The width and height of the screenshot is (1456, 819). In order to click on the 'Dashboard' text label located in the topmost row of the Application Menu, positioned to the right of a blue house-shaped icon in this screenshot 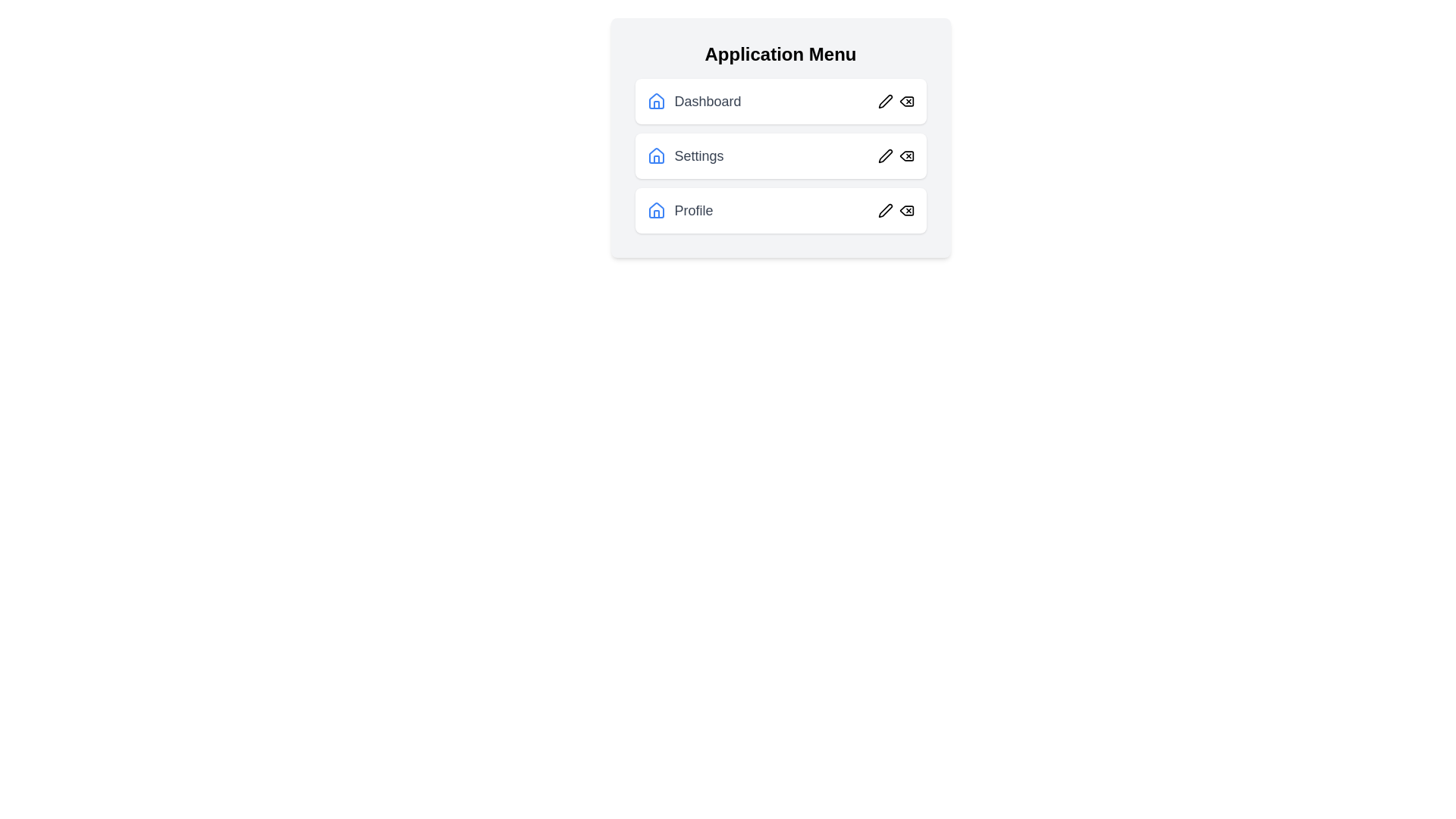, I will do `click(707, 102)`.